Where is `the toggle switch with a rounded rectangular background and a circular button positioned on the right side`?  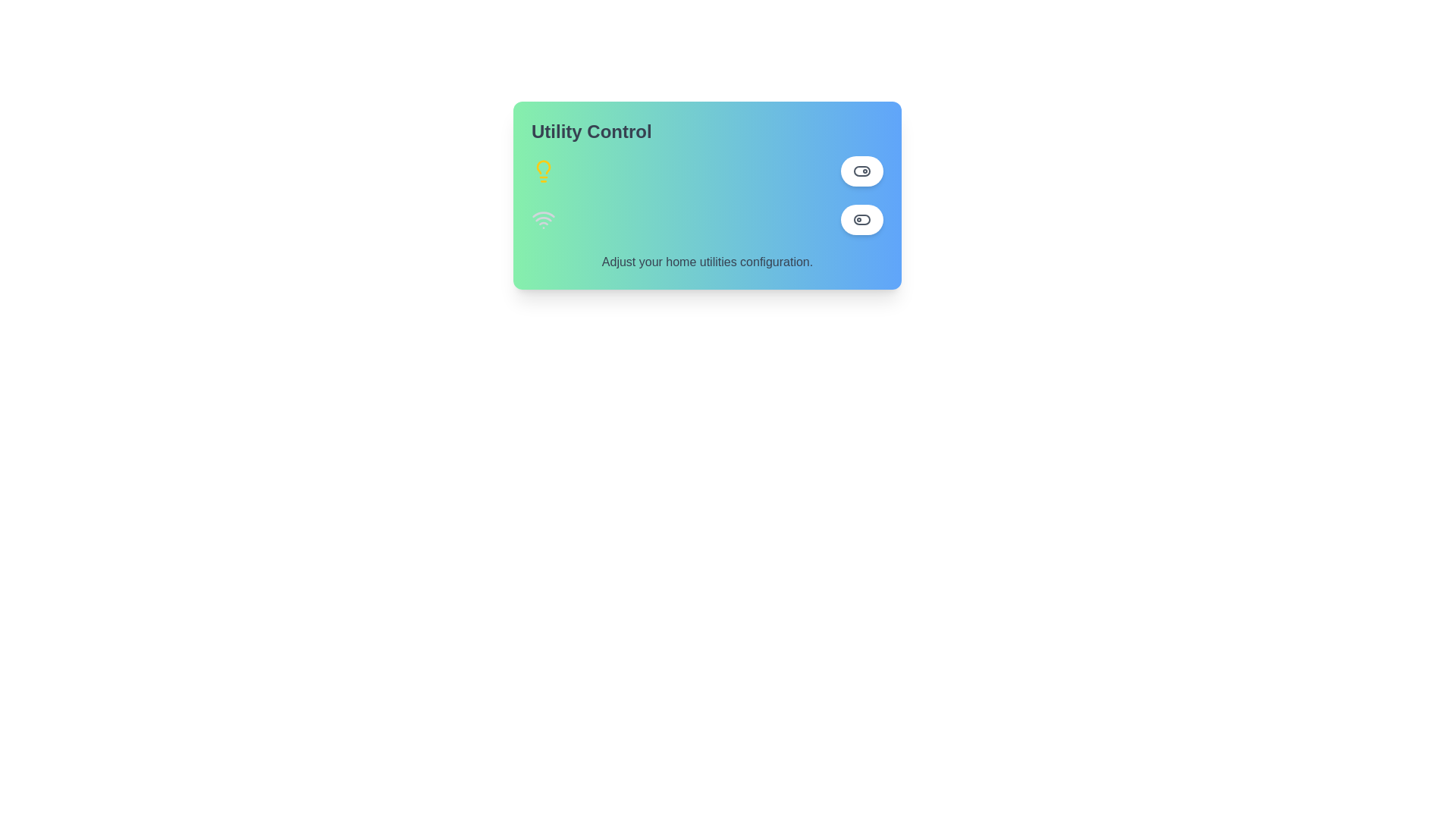
the toggle switch with a rounded rectangular background and a circular button positioned on the right side is located at coordinates (862, 171).